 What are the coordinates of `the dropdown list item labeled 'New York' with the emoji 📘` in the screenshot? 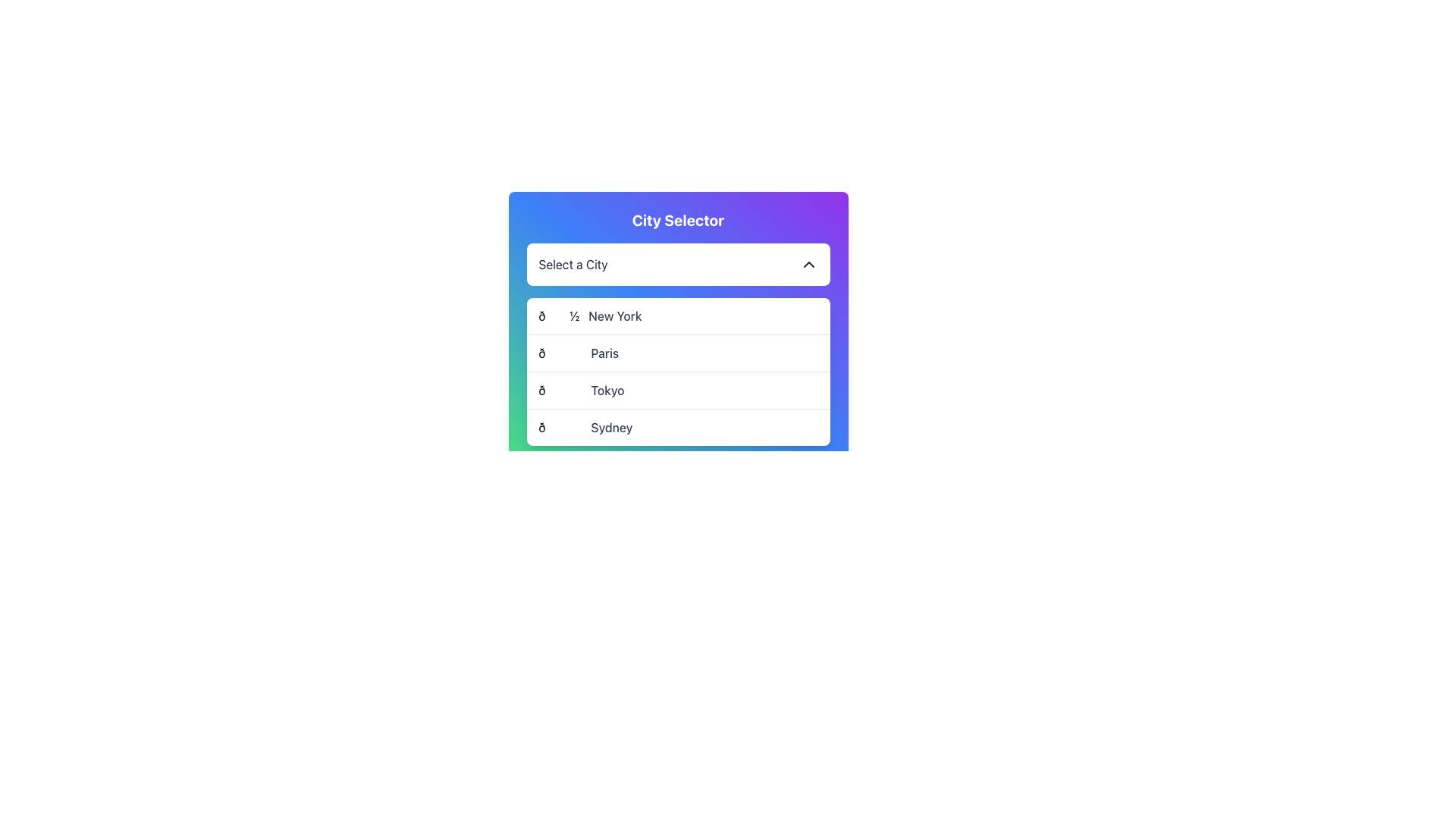 It's located at (677, 327).